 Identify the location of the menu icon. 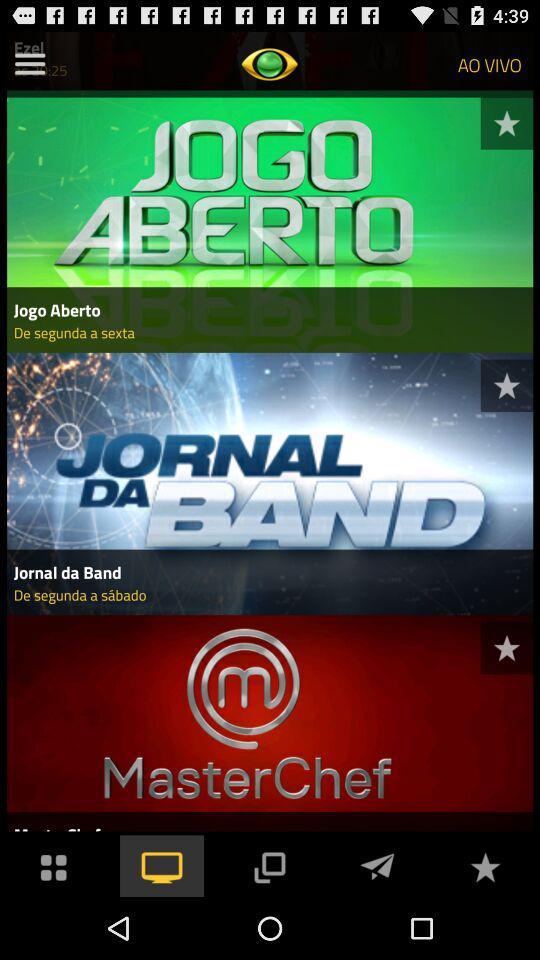
(29, 68).